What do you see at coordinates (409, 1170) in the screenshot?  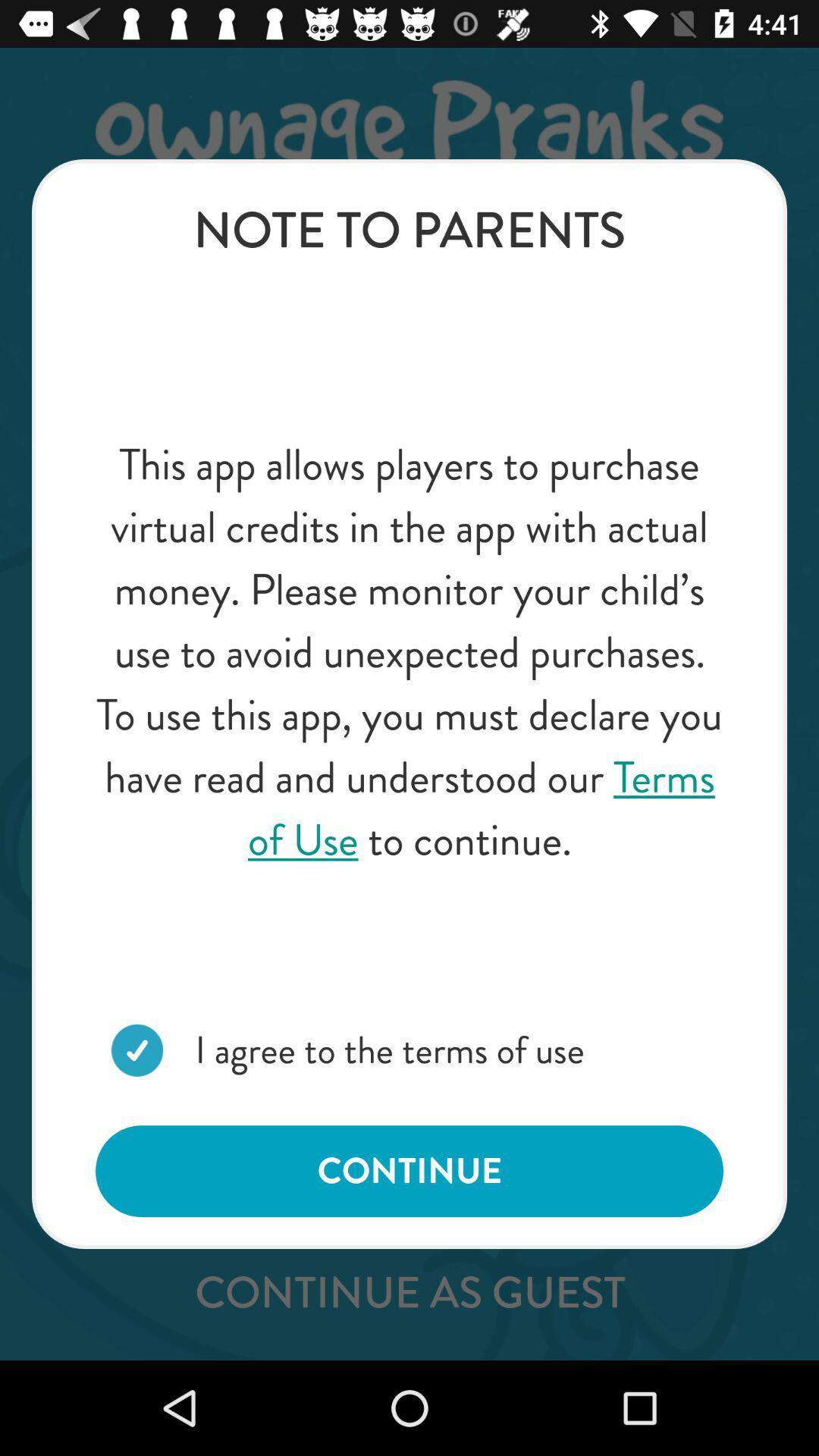 I see `continue` at bounding box center [409, 1170].